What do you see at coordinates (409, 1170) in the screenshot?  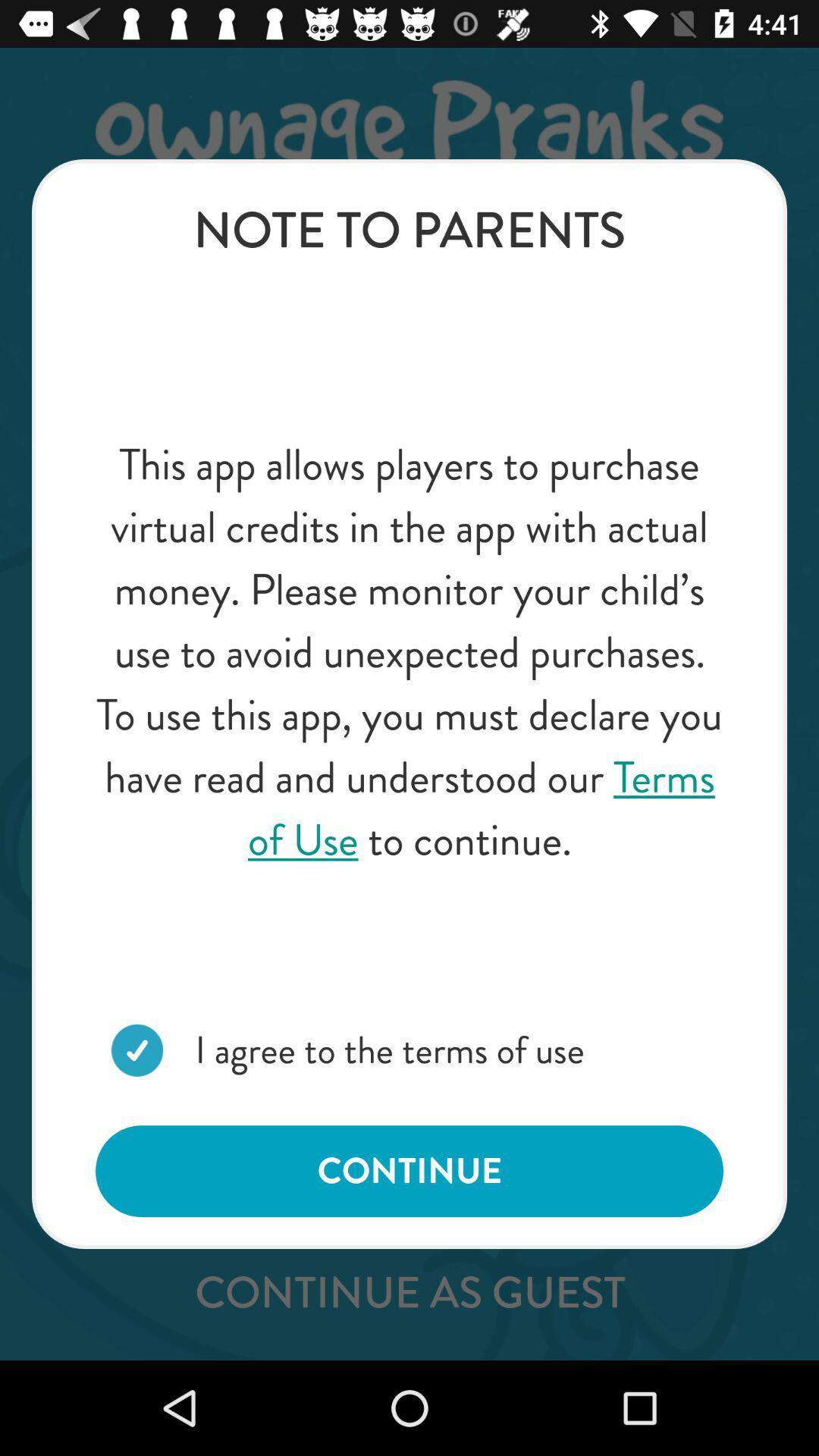 I see `continue` at bounding box center [409, 1170].